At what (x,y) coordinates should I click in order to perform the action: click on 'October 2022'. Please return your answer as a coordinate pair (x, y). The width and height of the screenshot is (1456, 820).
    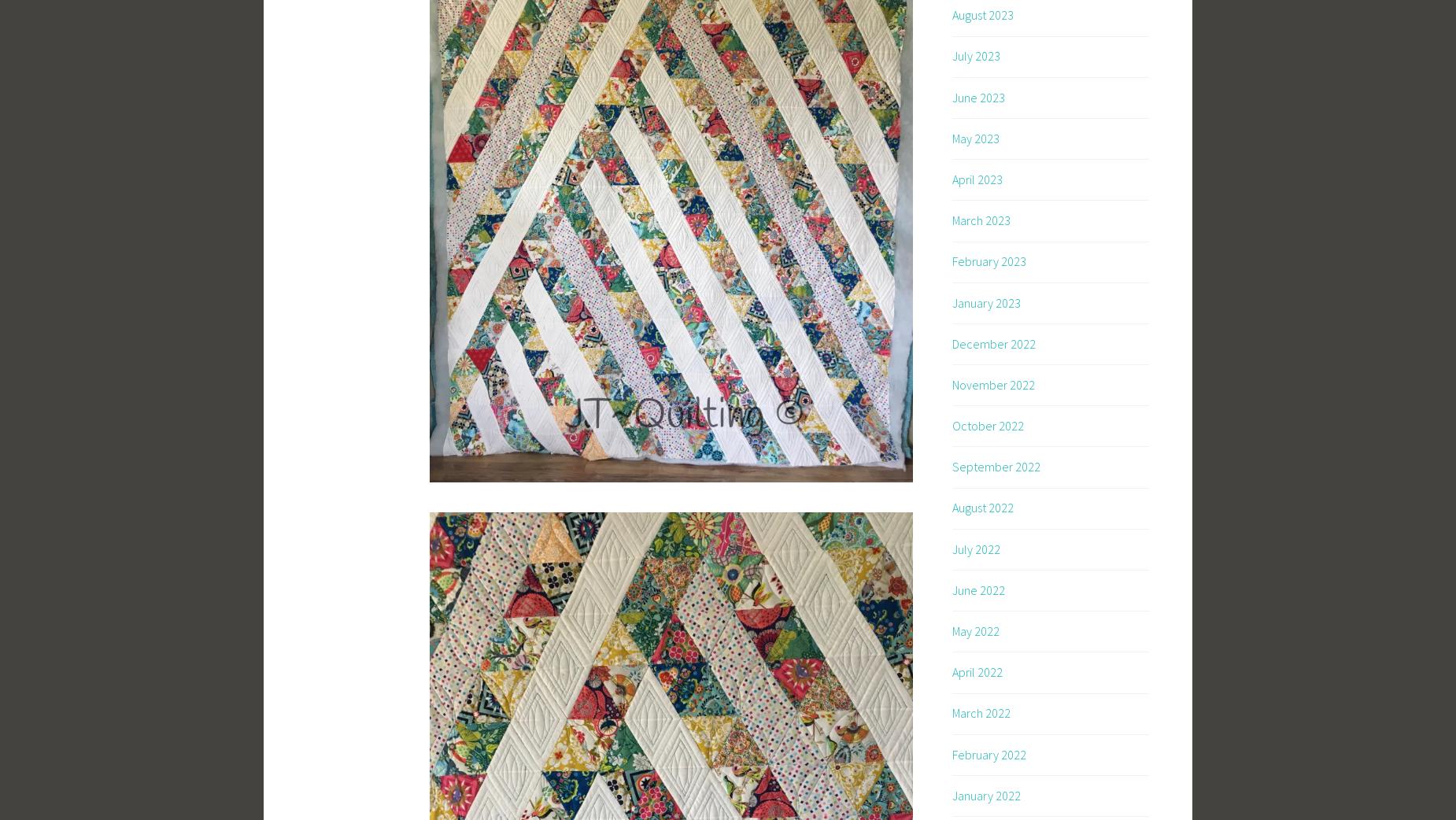
    Looking at the image, I should click on (987, 425).